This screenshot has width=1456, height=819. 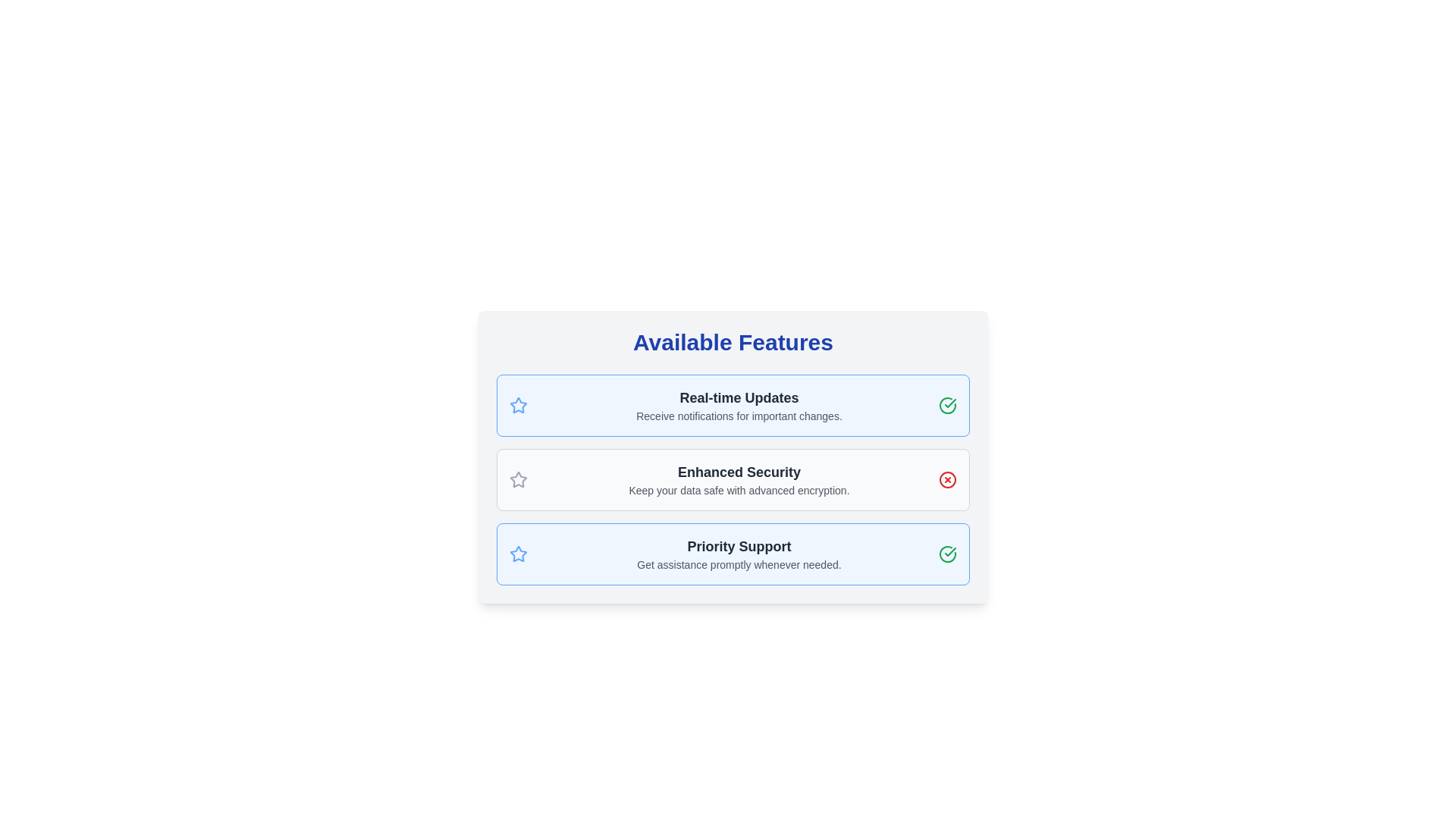 What do you see at coordinates (519, 554) in the screenshot?
I see `the blue star-shaped icon located in the 'Priority Support' section, which is the third option in a stacked list of features` at bounding box center [519, 554].